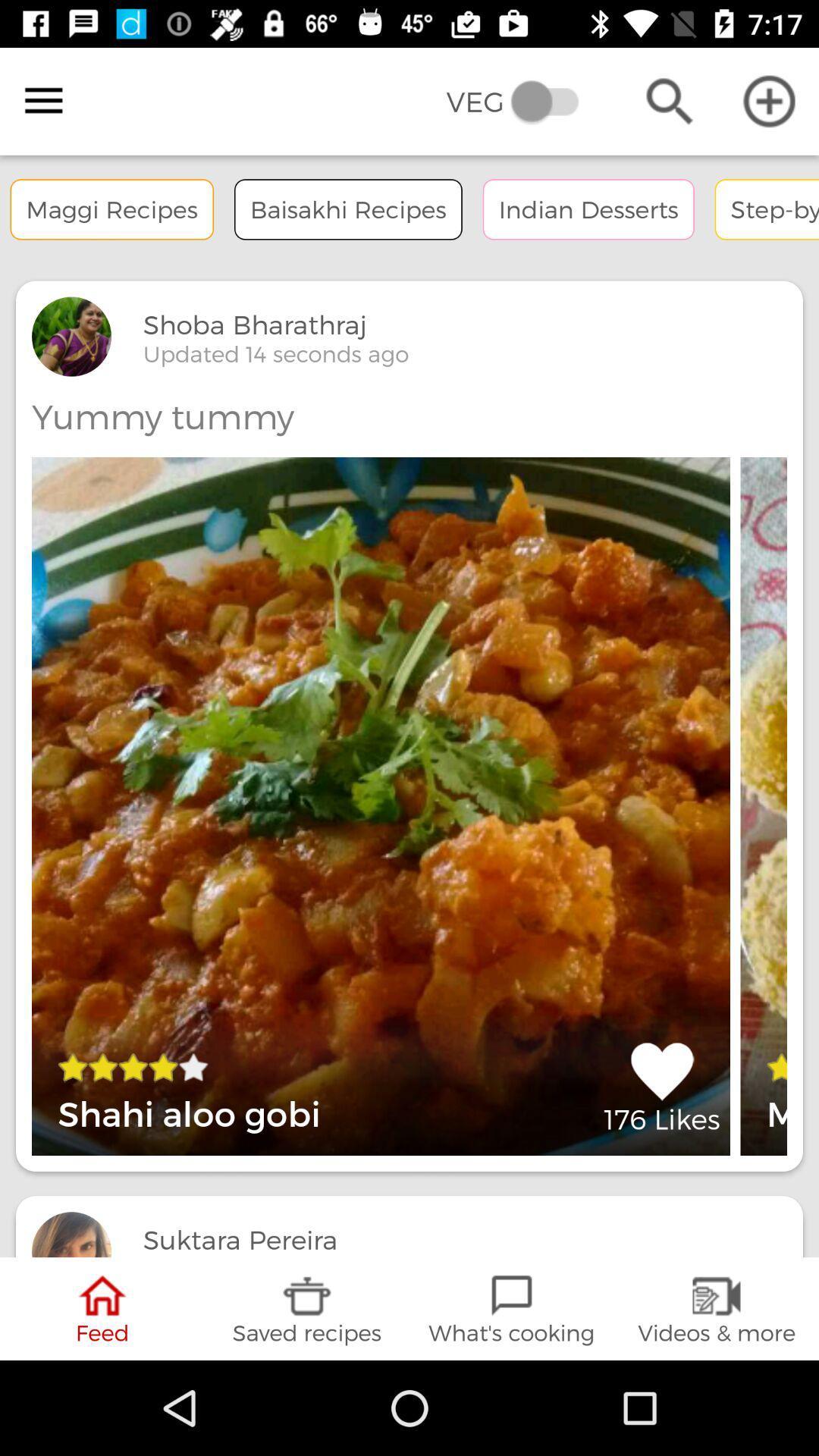  Describe the element at coordinates (102, 1308) in the screenshot. I see `feed icon` at that location.